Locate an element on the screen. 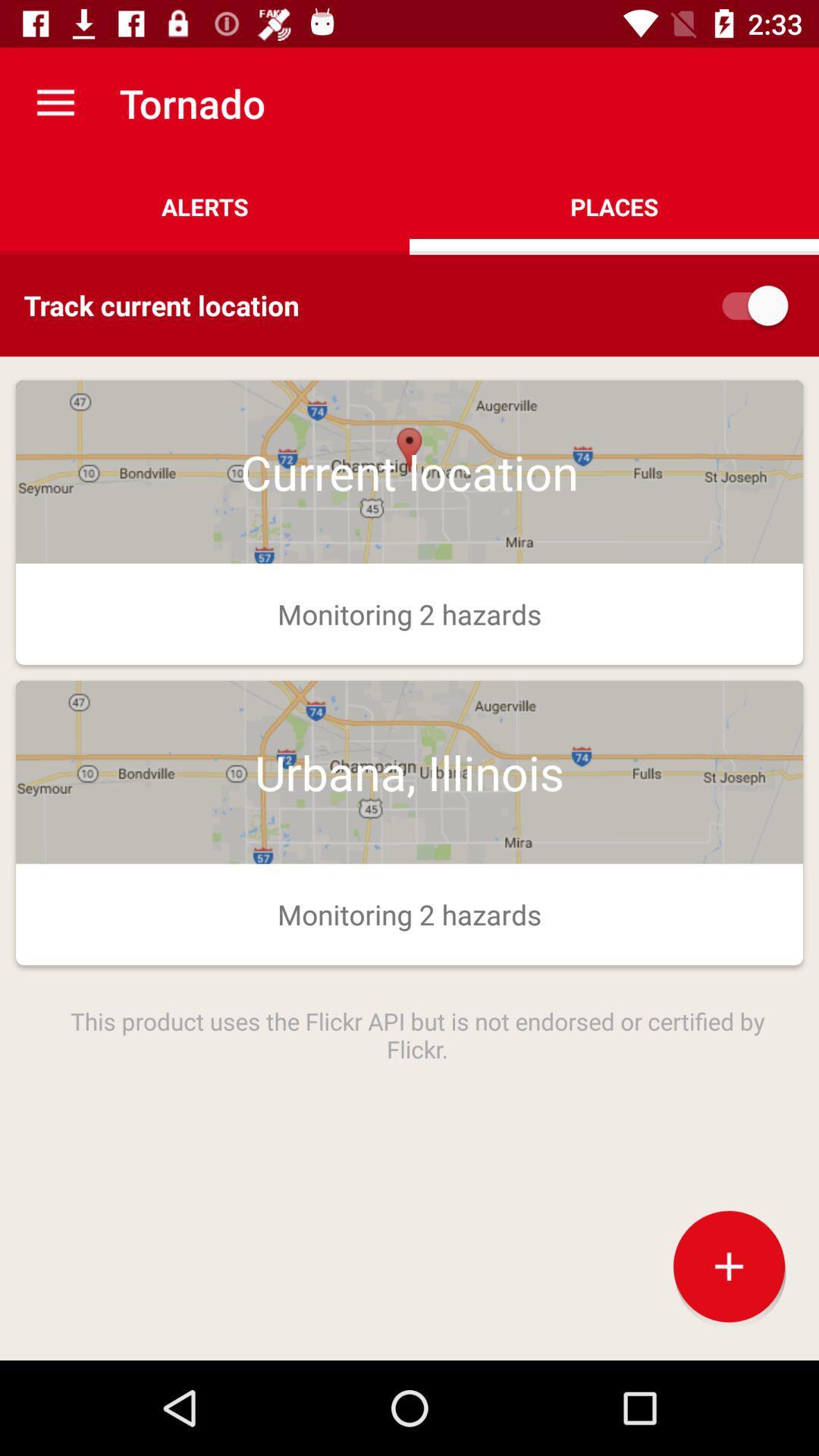  places is located at coordinates (614, 206).